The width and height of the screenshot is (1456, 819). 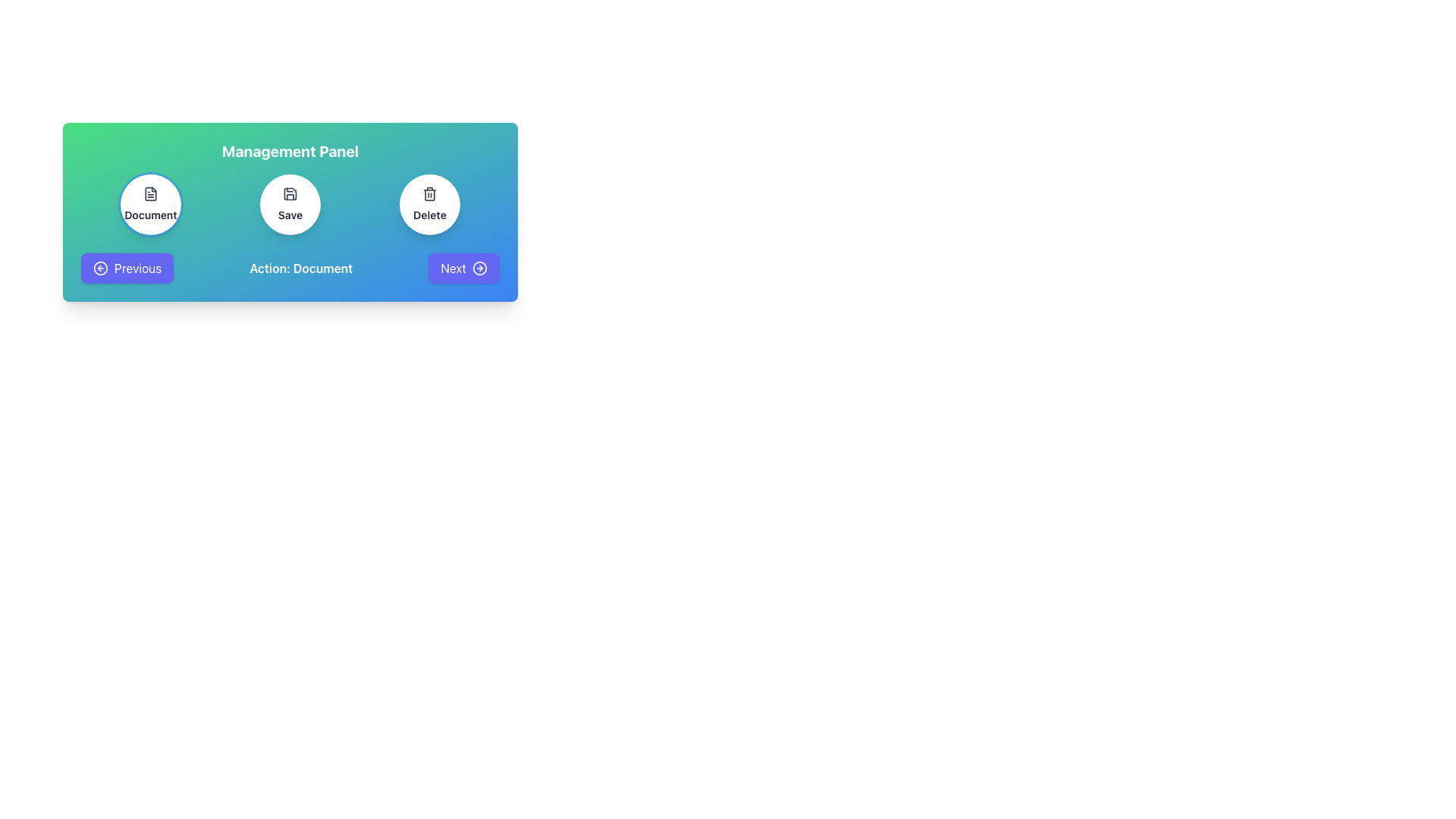 What do you see at coordinates (100, 268) in the screenshot?
I see `the SVG circle graphical element located within the 'Previous' button, which is part of a left-pointing arrow graphic for backward navigation` at bounding box center [100, 268].